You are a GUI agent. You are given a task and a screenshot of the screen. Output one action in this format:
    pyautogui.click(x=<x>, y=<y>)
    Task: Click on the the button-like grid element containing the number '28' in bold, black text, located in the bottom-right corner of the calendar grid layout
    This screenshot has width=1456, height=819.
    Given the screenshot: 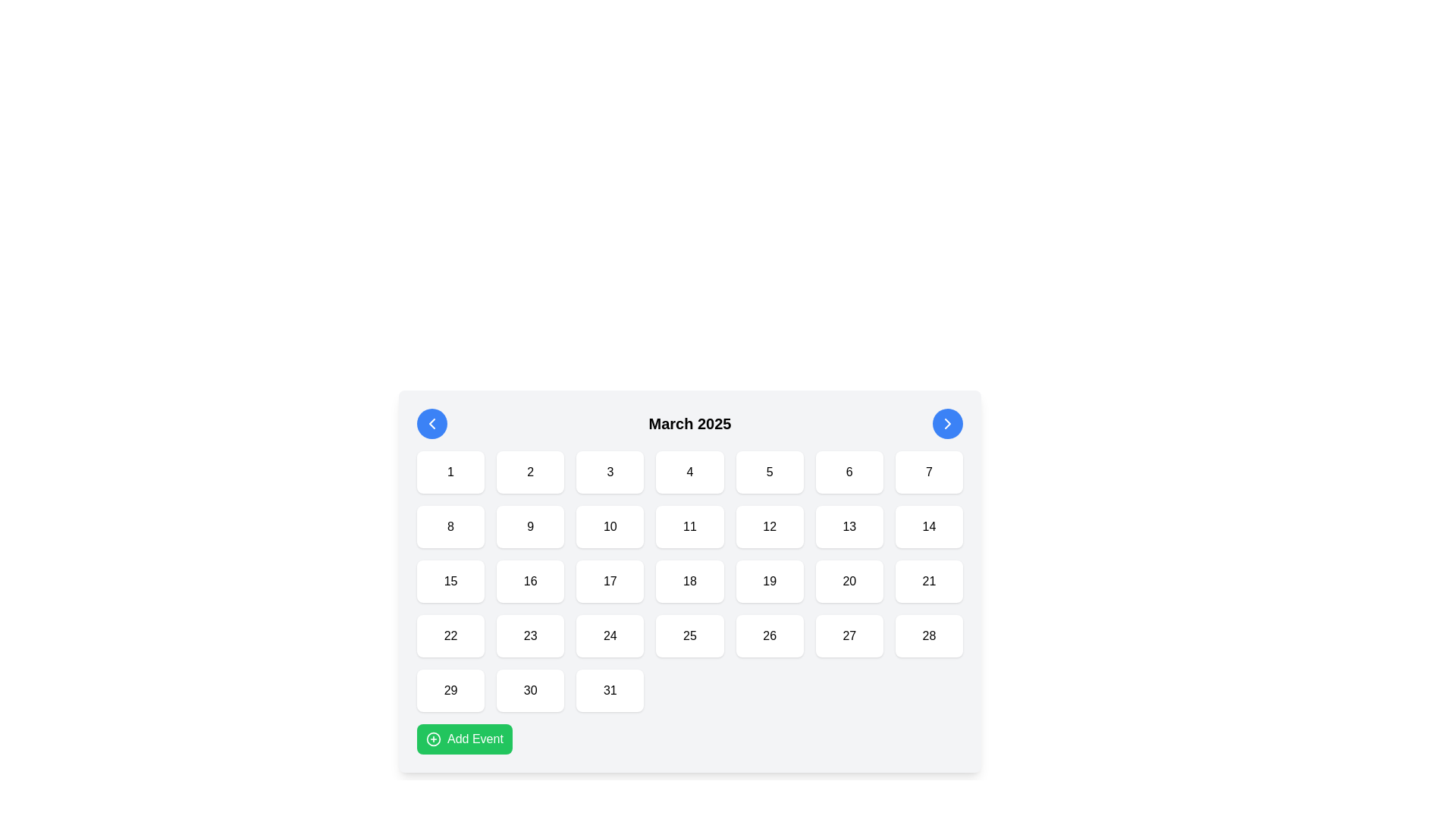 What is the action you would take?
    pyautogui.click(x=928, y=636)
    